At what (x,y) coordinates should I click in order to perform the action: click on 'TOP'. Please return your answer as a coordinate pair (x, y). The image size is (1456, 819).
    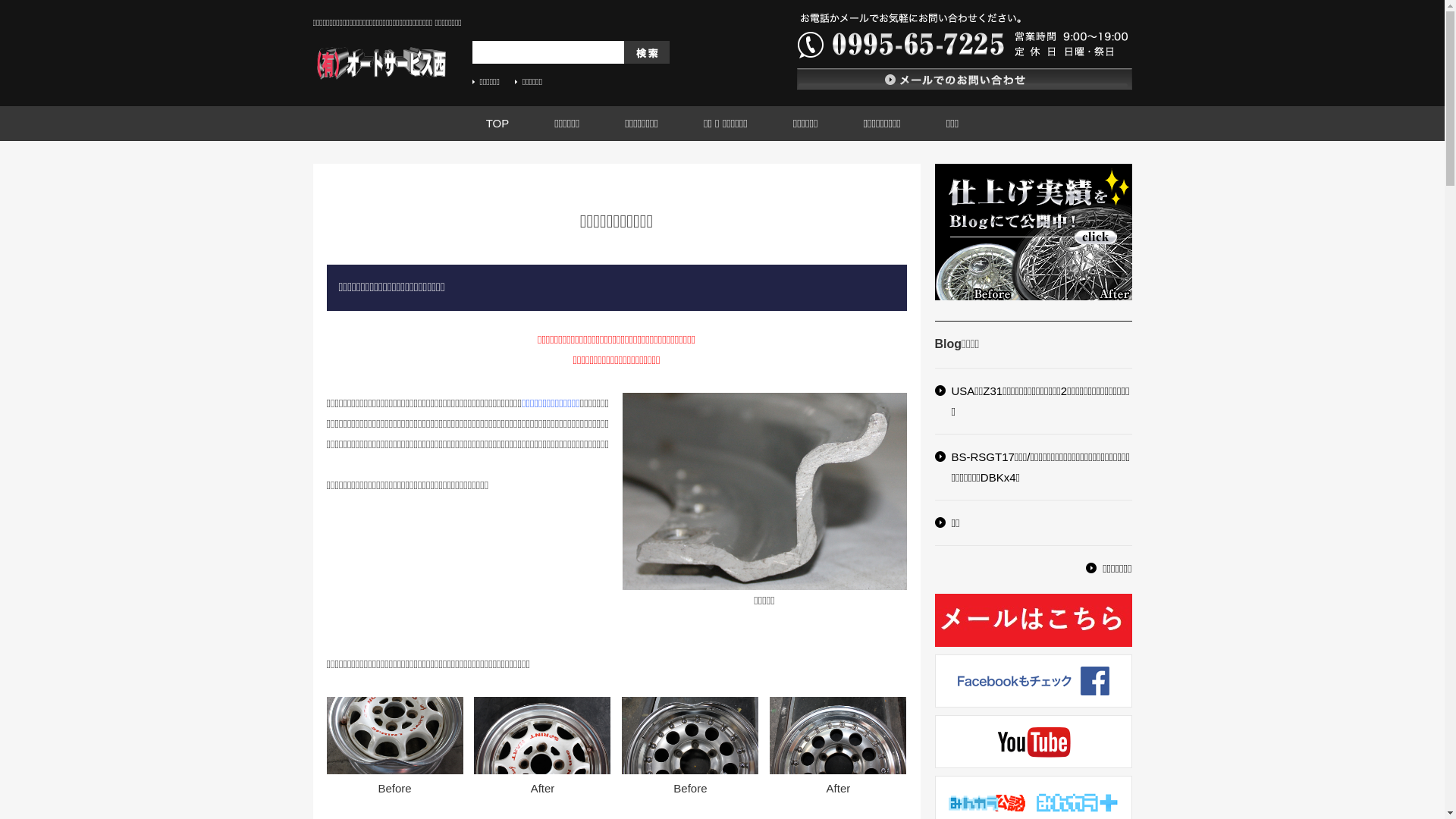
    Looking at the image, I should click on (497, 122).